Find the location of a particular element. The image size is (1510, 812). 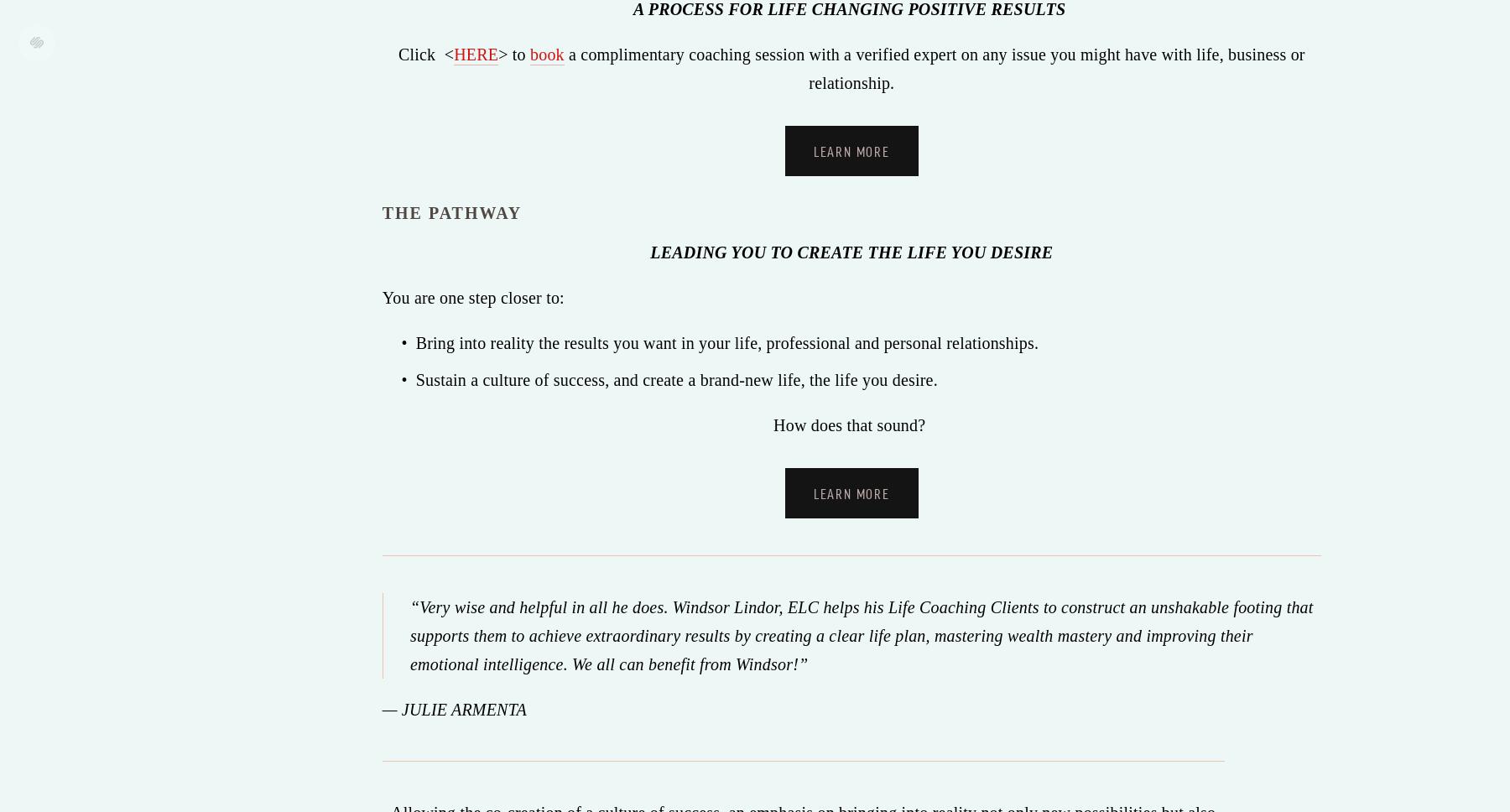

'How does that sound?' is located at coordinates (772, 424).